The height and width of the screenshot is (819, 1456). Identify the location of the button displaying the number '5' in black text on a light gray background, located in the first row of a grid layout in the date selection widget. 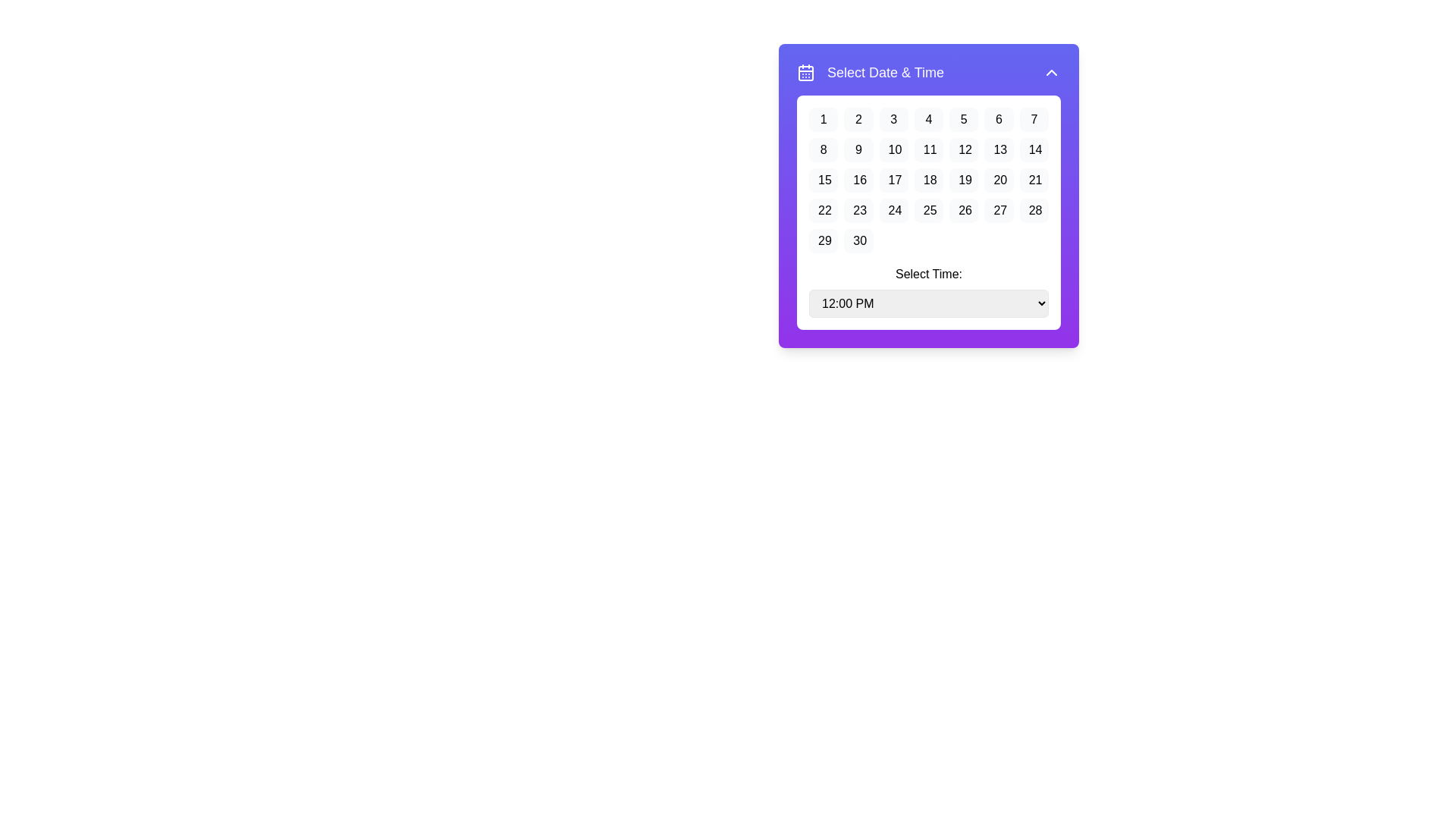
(963, 119).